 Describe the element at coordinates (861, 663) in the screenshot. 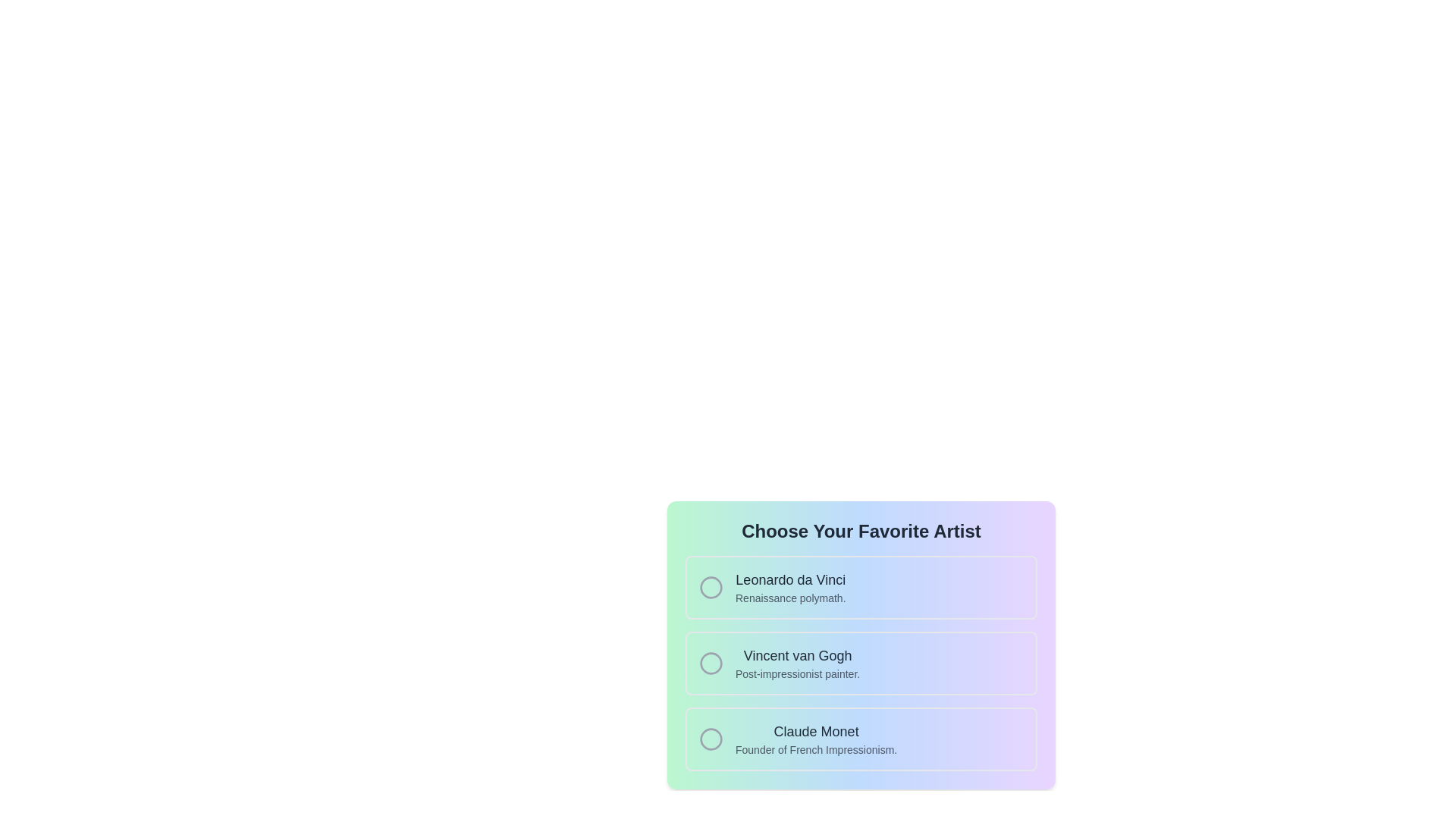

I see `the second selectable list item labeled 'Vincent van Gogh - Post-impressionist painter' in the 'Choose Your Favorite Artist' panel for interaction` at that location.